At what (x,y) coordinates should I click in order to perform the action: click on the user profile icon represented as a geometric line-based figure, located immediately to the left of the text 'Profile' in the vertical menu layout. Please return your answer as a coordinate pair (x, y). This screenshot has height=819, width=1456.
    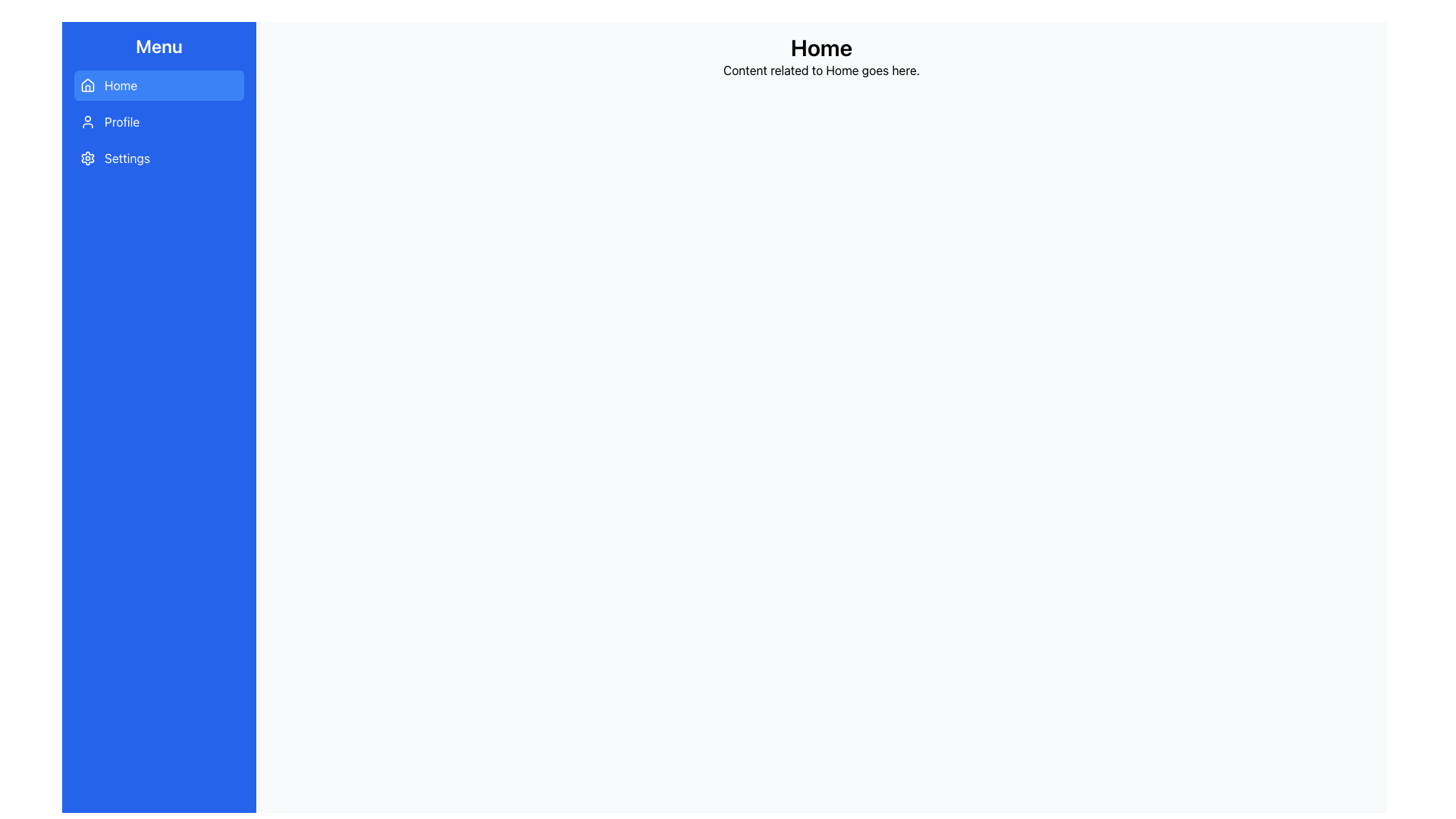
    Looking at the image, I should click on (86, 121).